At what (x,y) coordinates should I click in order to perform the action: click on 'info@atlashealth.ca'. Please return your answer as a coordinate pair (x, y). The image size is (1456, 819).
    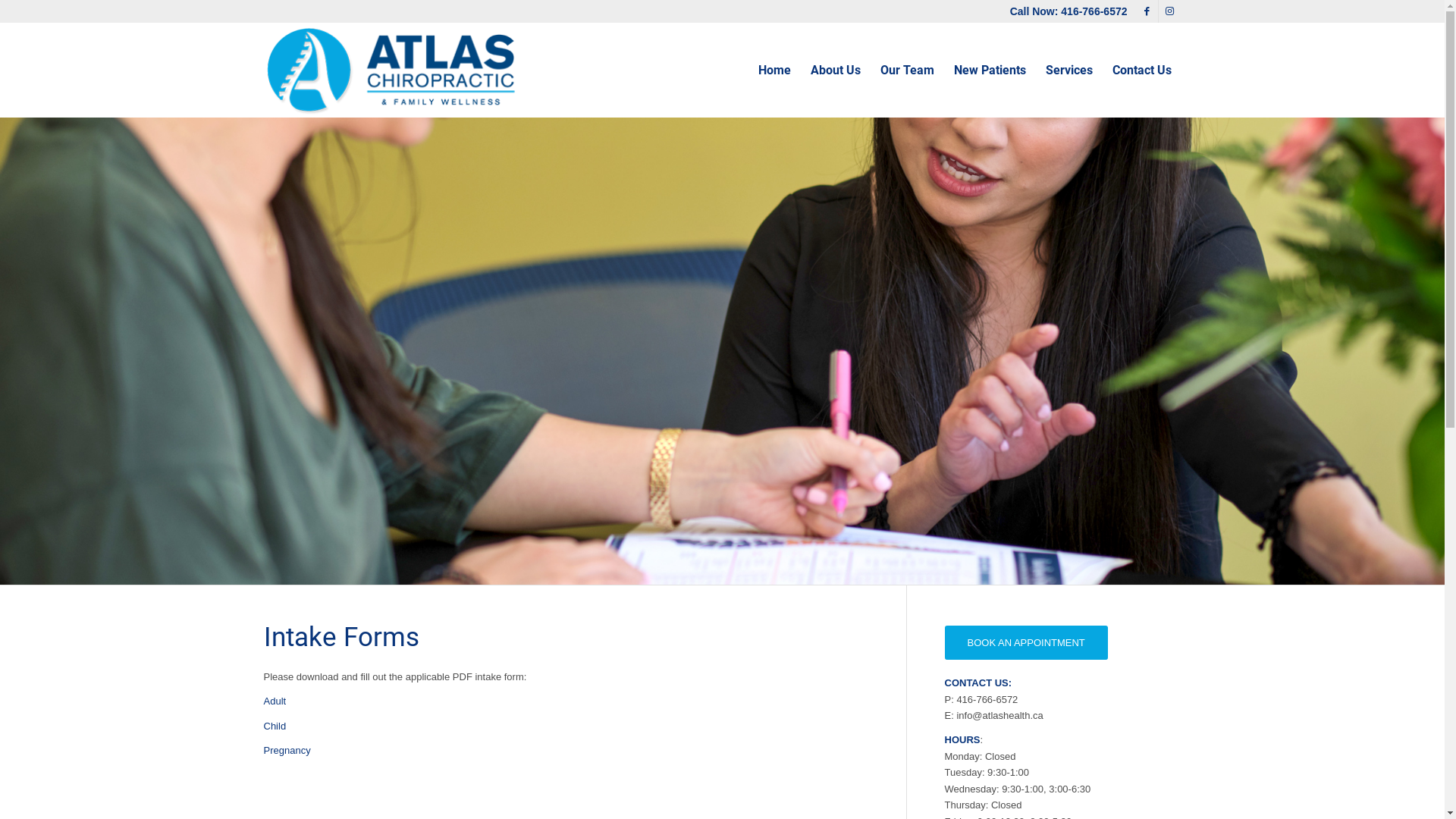
    Looking at the image, I should click on (999, 715).